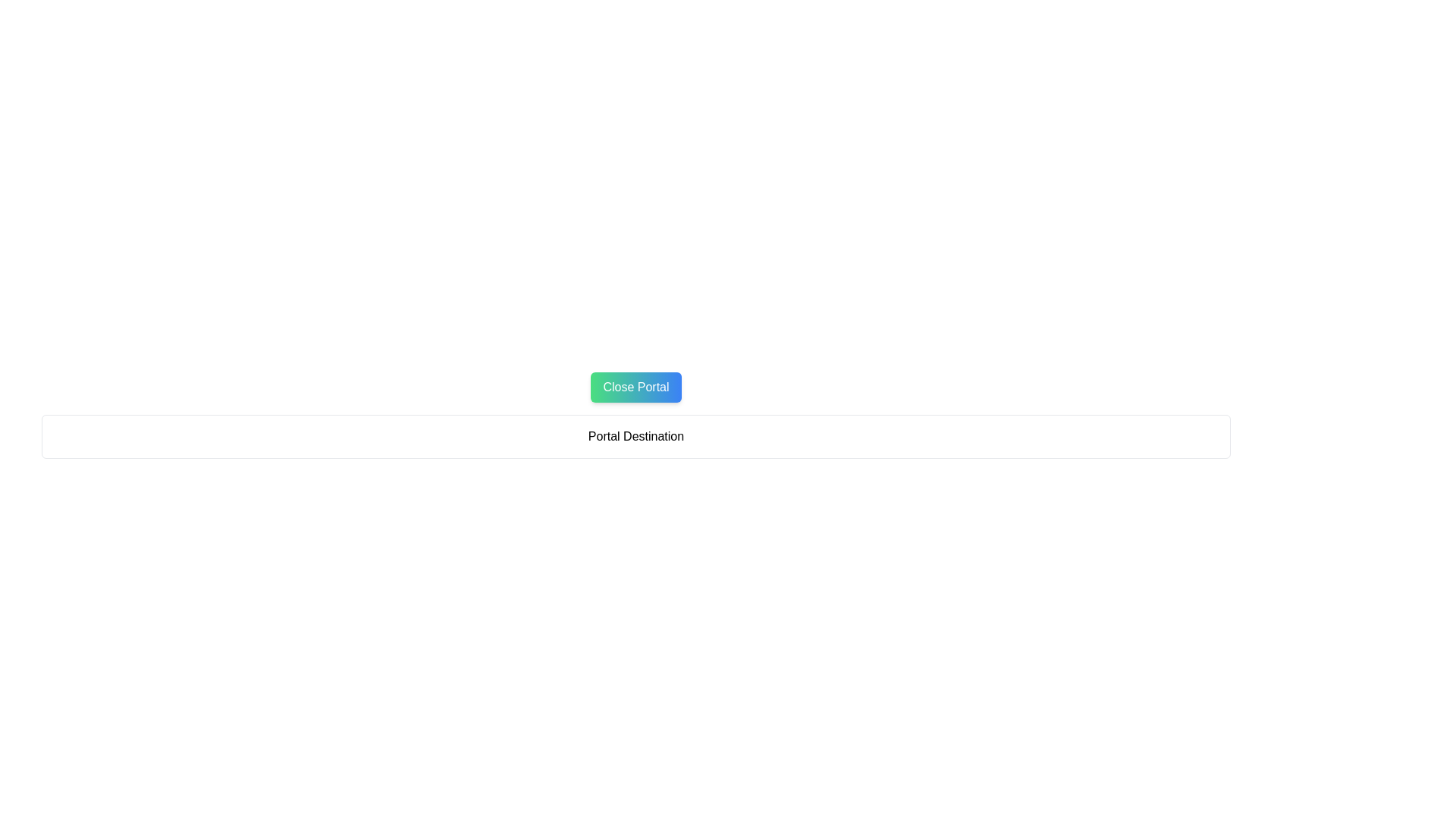 This screenshot has height=819, width=1456. Describe the element at coordinates (636, 386) in the screenshot. I see `the 'Close Portal' button, which is a rectangular button with a gradient color from green to blue, located above the text 'Portal Destination.'` at that location.